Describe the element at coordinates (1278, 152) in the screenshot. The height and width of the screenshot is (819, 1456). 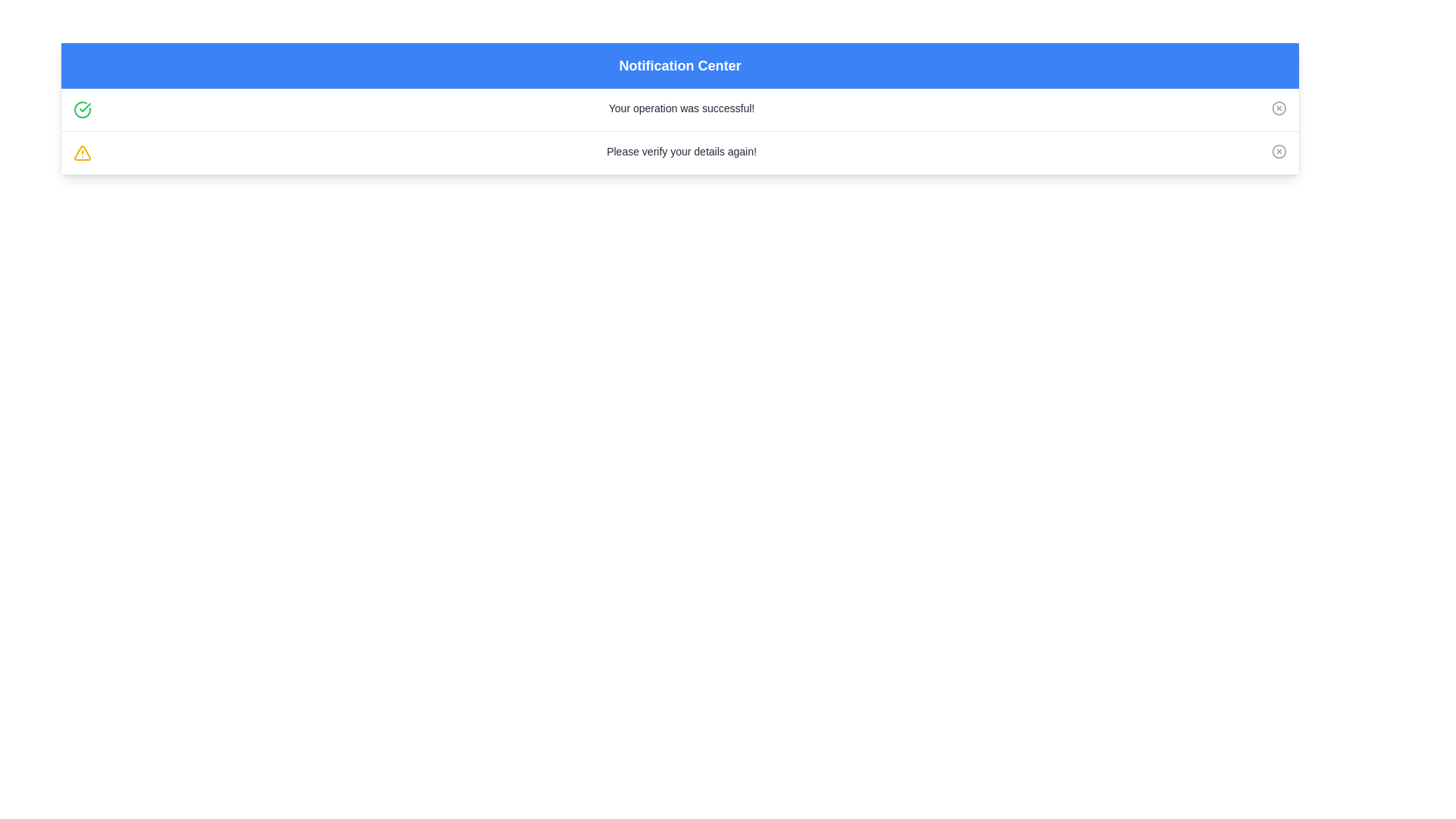
I see `close button for the notification with message 'Please verify your details again!'` at that location.